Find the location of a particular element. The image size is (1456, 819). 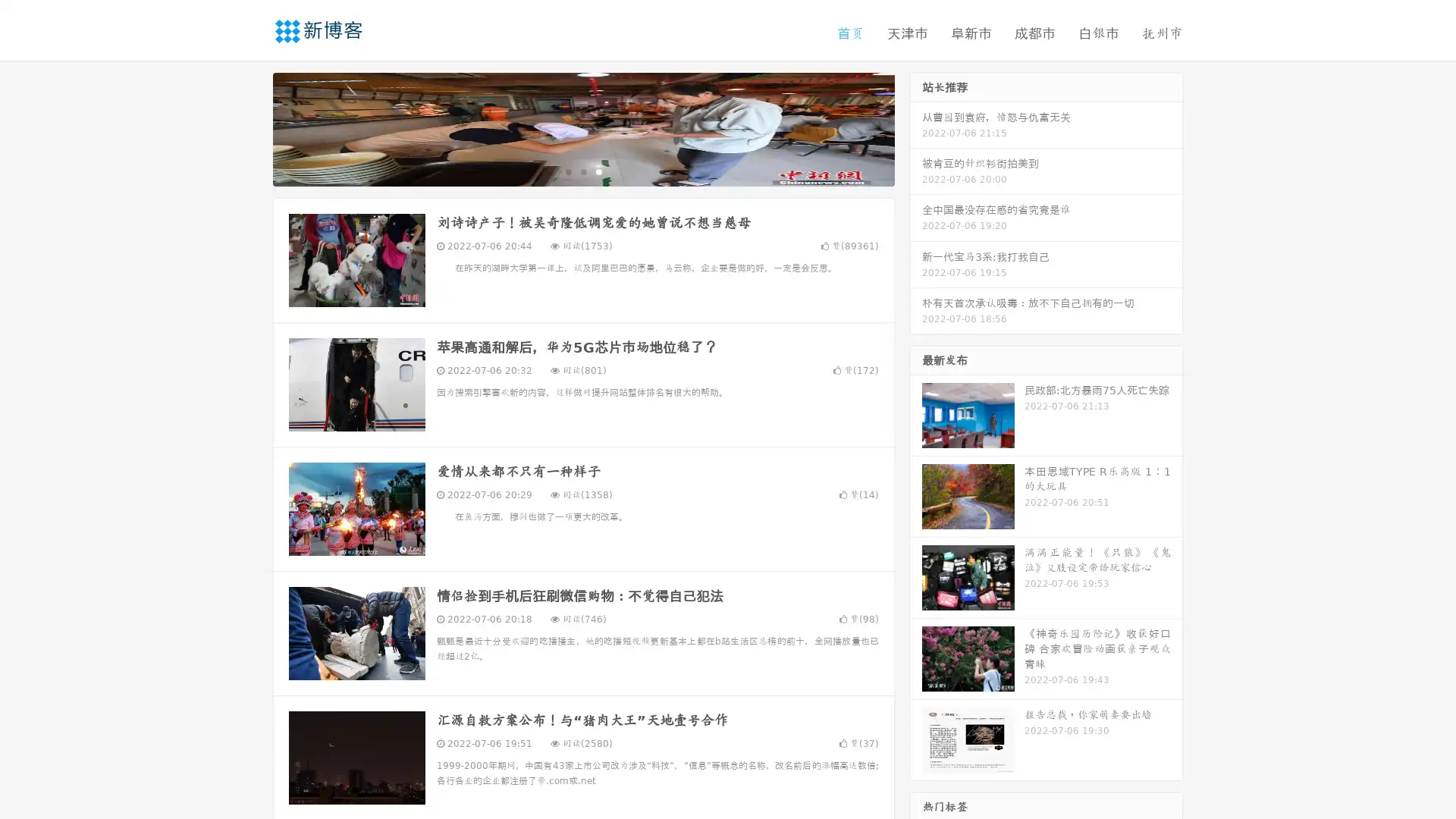

Go to slide 3 is located at coordinates (598, 171).